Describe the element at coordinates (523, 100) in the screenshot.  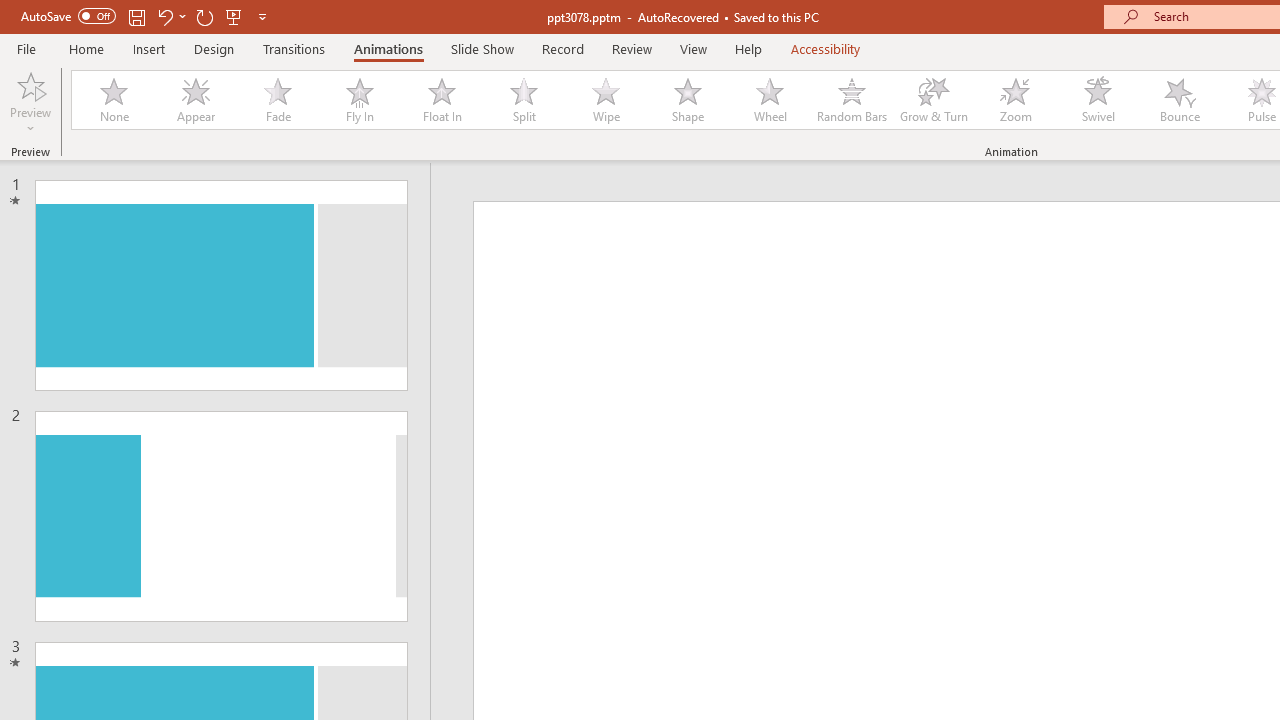
I see `'Split'` at that location.